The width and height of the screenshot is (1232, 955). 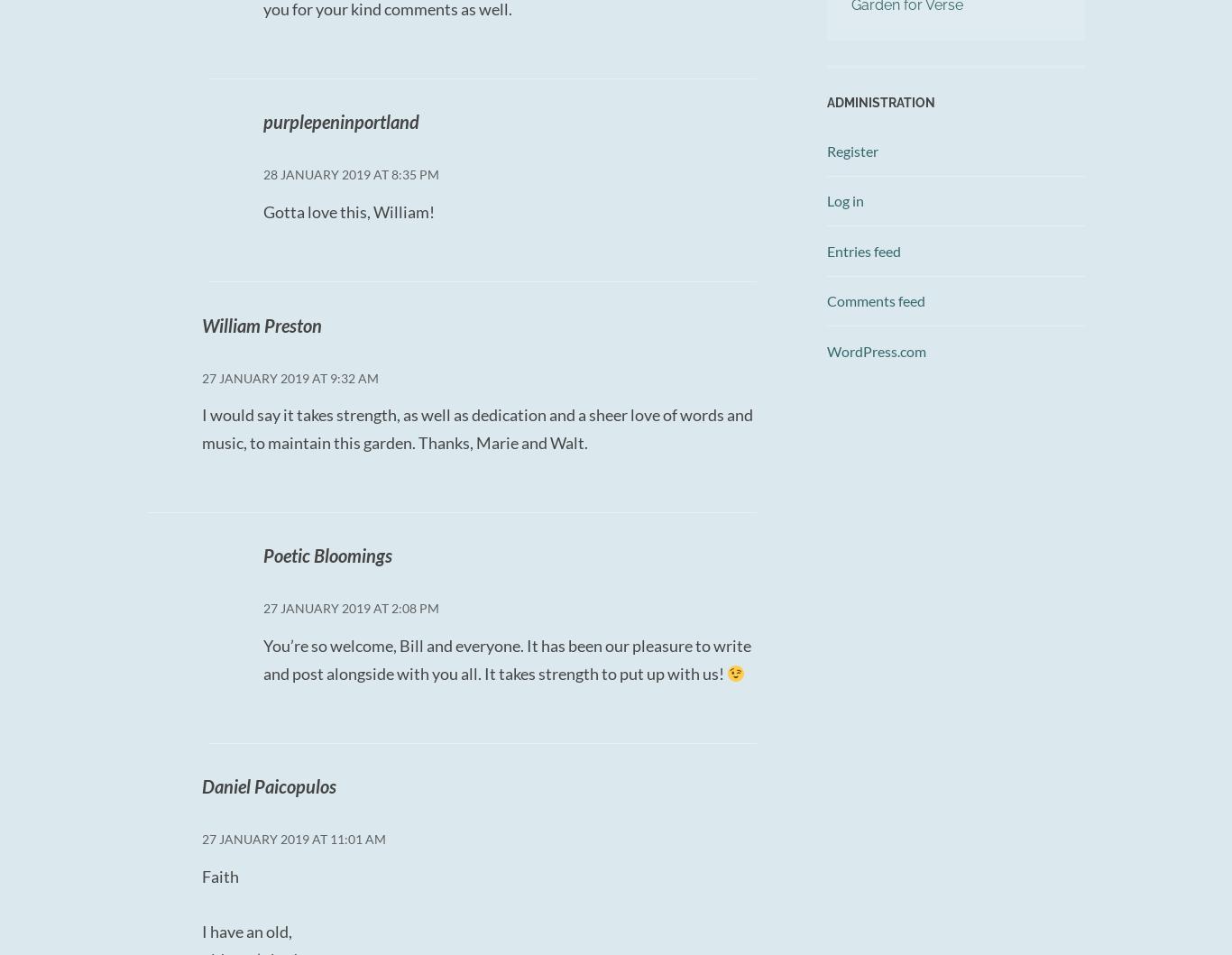 I want to click on 'WordPress.com', so click(x=826, y=349).